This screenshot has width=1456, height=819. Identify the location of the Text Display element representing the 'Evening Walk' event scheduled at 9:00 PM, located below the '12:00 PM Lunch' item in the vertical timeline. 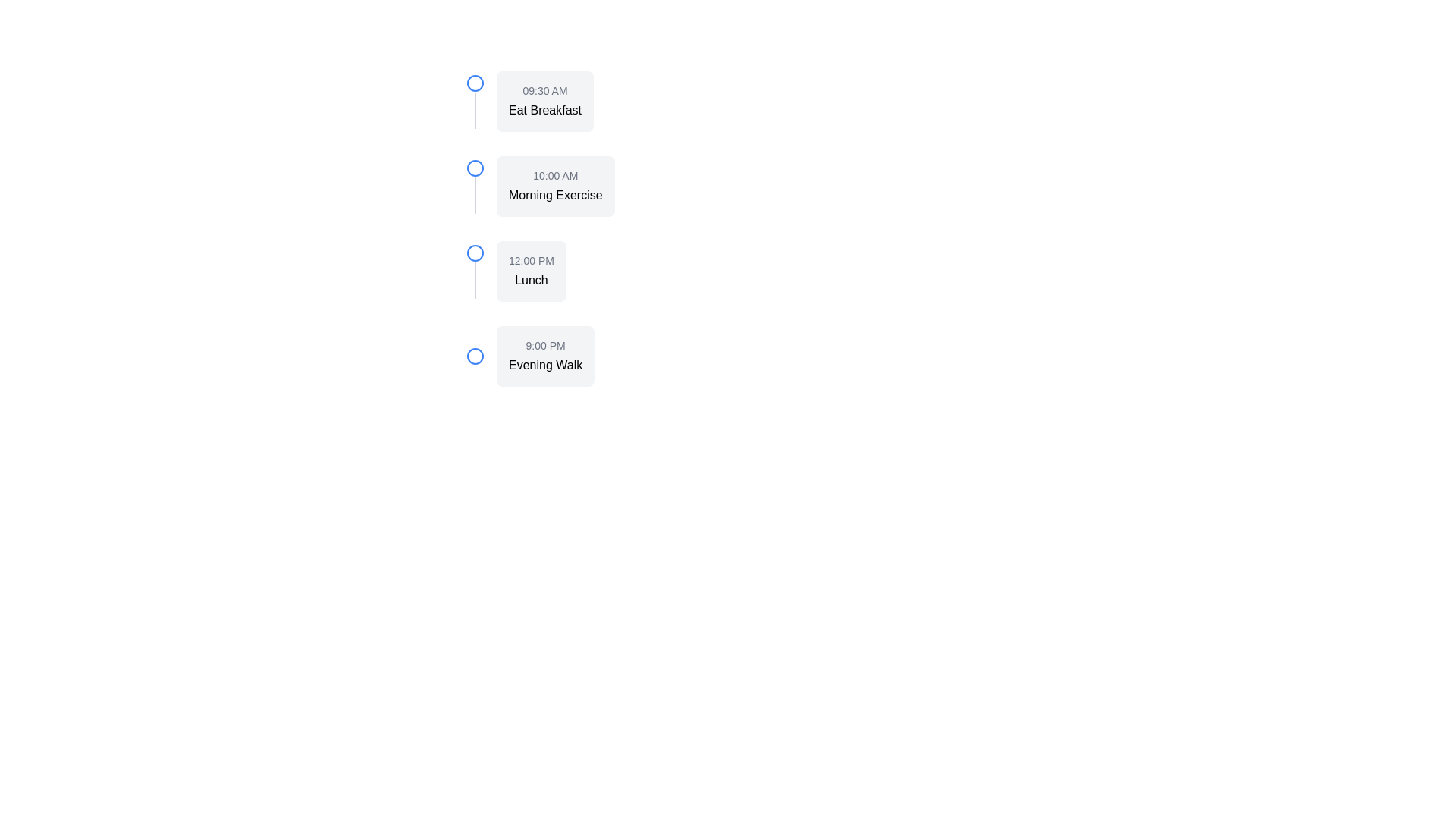
(545, 356).